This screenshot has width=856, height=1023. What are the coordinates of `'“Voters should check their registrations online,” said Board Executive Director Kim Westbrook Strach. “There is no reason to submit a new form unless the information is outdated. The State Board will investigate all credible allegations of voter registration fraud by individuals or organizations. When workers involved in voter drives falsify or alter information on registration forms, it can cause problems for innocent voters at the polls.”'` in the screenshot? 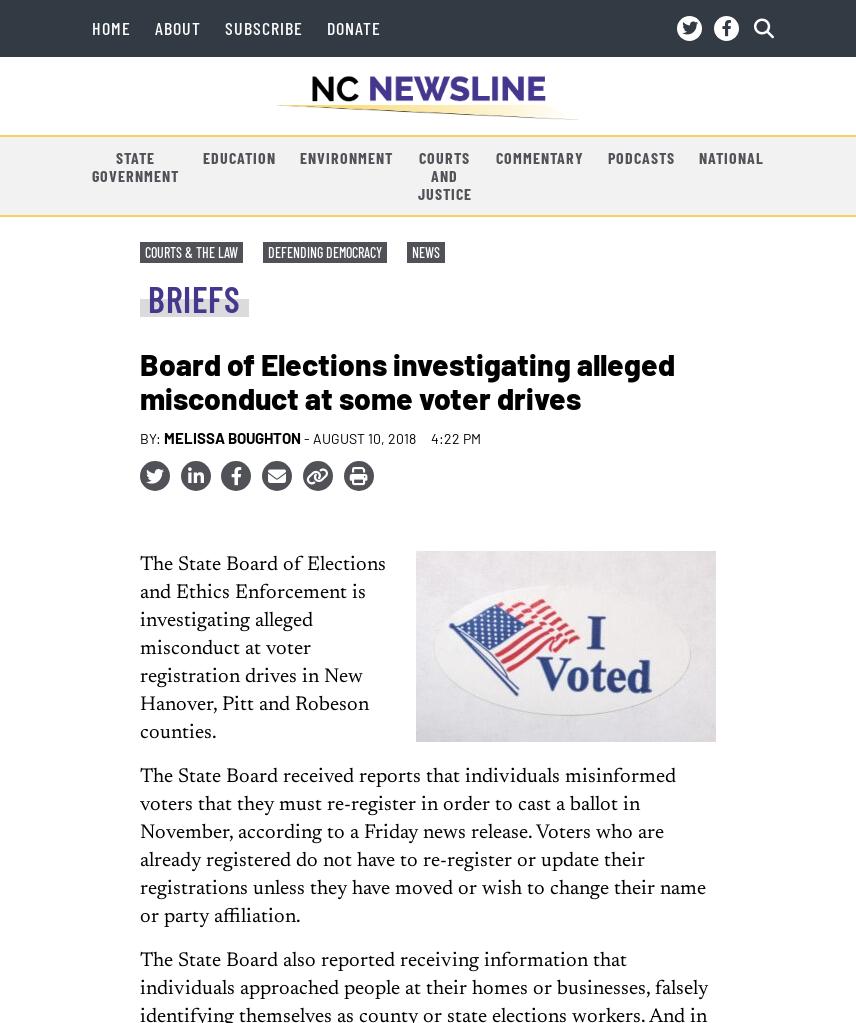 It's located at (418, 176).